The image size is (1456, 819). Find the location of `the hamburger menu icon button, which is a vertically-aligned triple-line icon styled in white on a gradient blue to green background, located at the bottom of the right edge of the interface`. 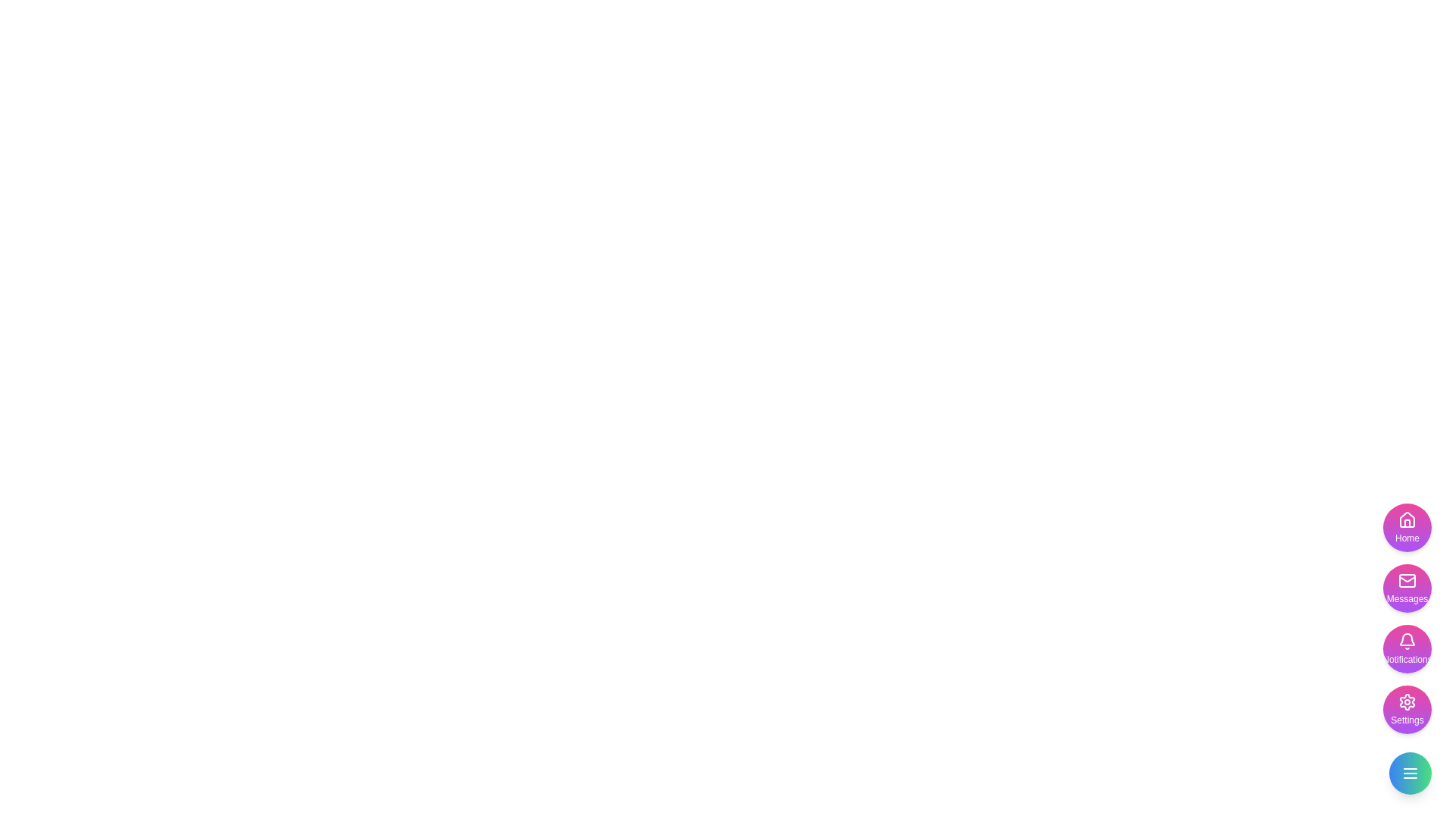

the hamburger menu icon button, which is a vertically-aligned triple-line icon styled in white on a gradient blue to green background, located at the bottom of the right edge of the interface is located at coordinates (1410, 773).